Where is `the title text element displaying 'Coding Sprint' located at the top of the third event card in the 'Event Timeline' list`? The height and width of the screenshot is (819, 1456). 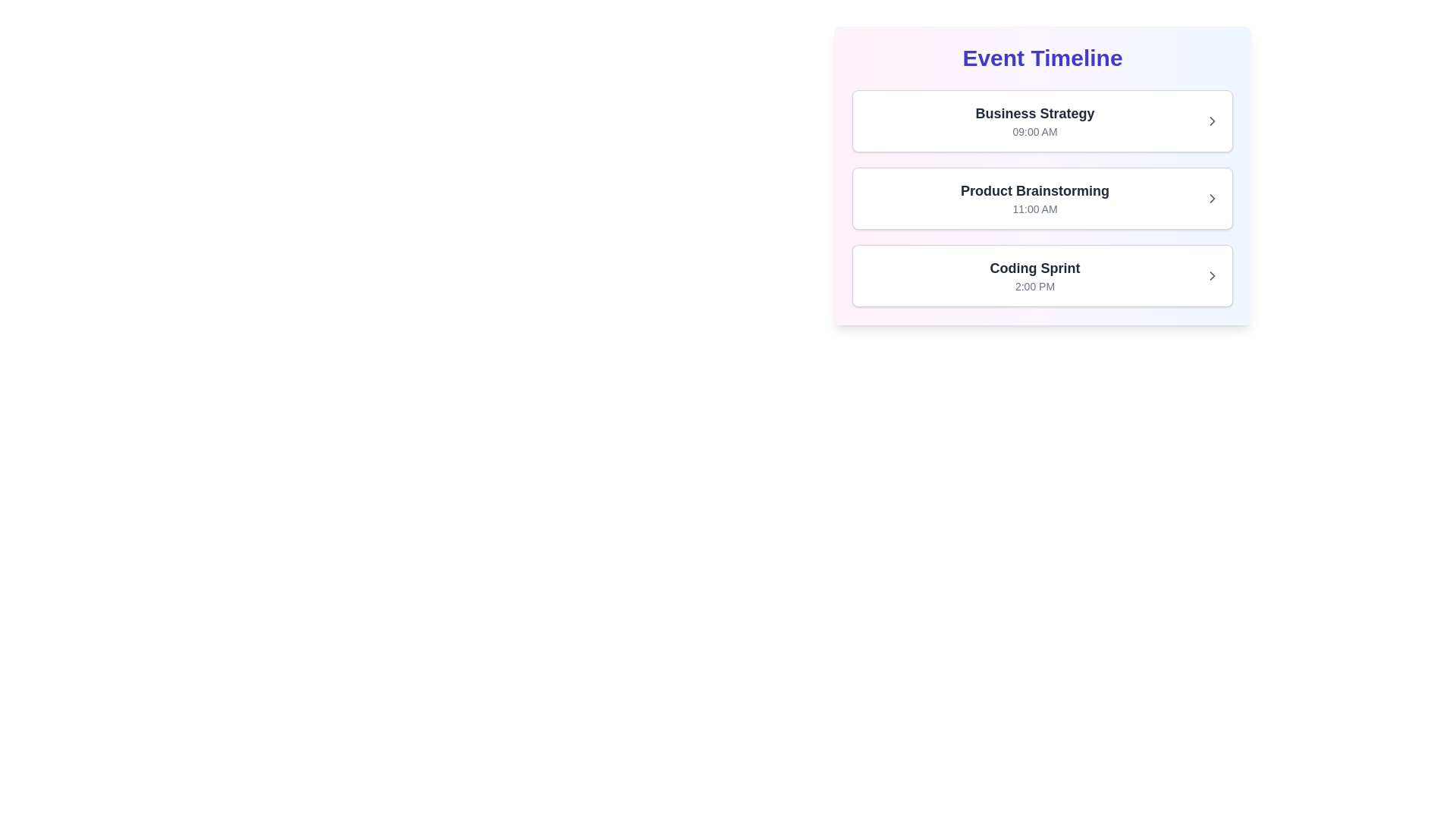
the title text element displaying 'Coding Sprint' located at the top of the third event card in the 'Event Timeline' list is located at coordinates (1034, 268).